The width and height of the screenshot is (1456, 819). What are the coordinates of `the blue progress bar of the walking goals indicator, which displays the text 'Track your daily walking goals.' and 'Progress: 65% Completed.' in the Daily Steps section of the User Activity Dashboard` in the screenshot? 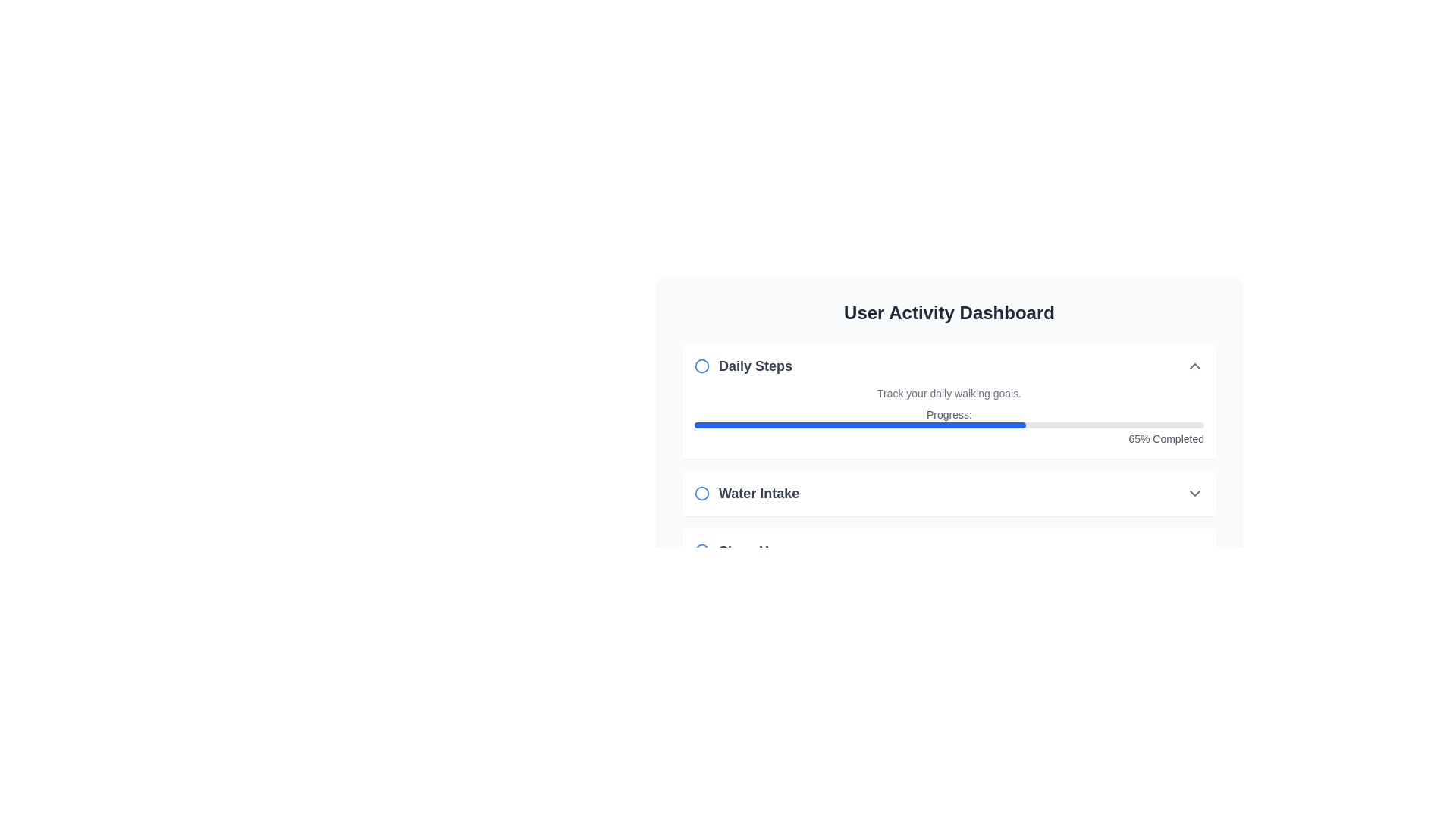 It's located at (949, 416).